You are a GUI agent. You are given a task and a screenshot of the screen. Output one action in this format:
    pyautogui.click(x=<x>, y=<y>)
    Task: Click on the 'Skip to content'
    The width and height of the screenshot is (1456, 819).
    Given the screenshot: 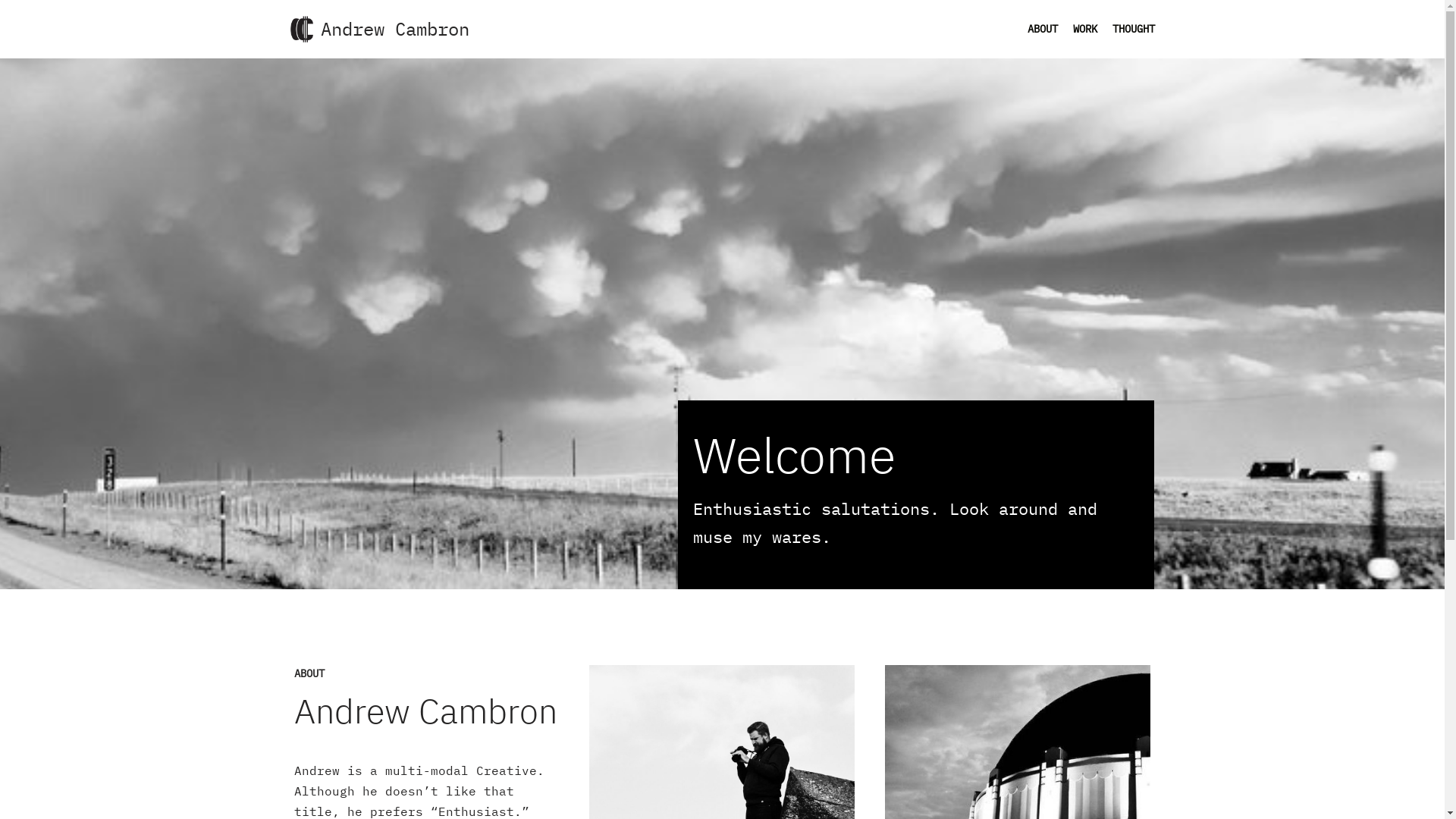 What is the action you would take?
    pyautogui.click(x=11, y=32)
    